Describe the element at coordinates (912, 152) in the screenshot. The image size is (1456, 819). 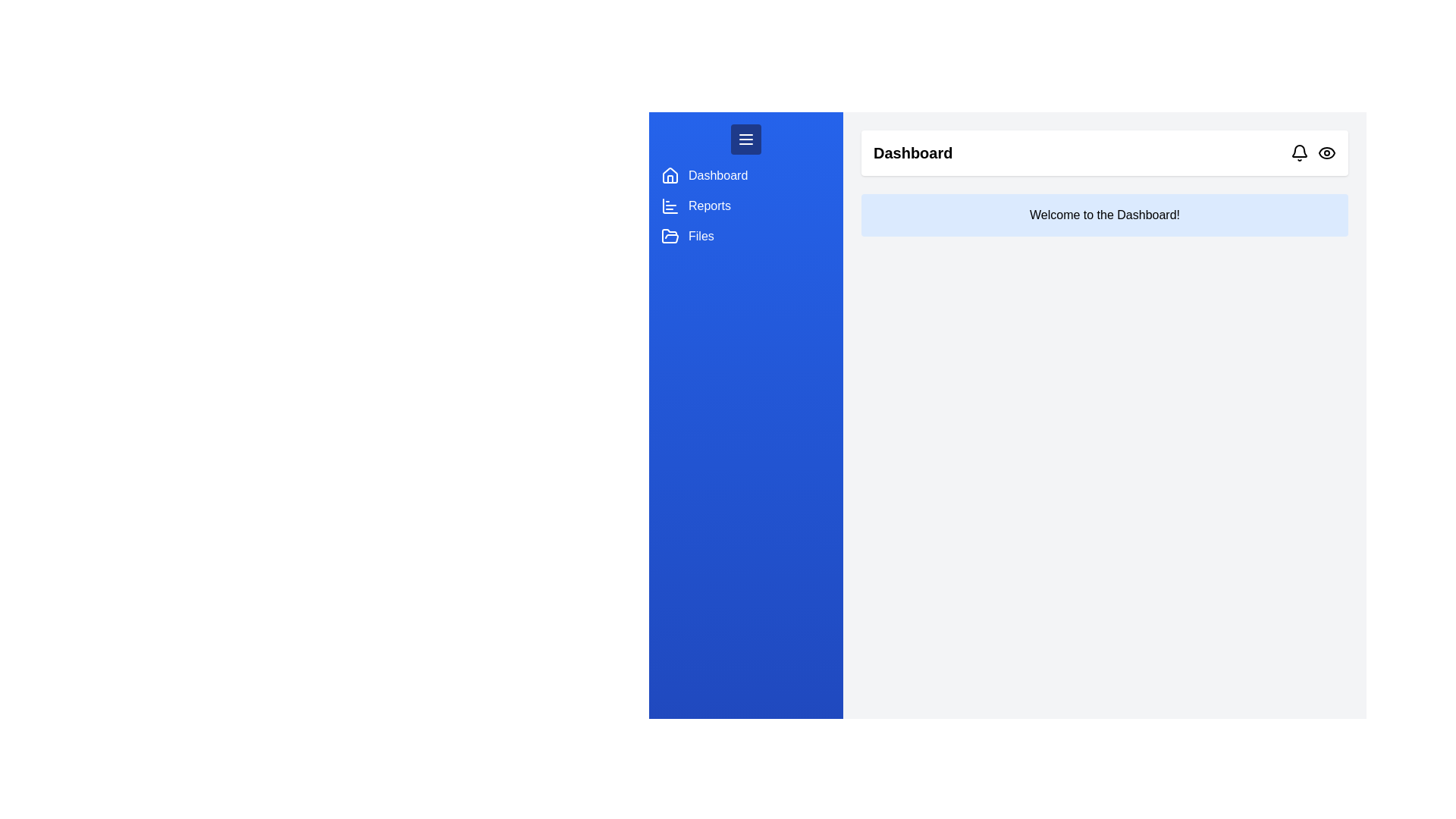
I see `the bold heading text 'Dashboard' located in the header bar, which is positioned towards the center-left of the bar, right next to the vertical blue sidebar` at that location.